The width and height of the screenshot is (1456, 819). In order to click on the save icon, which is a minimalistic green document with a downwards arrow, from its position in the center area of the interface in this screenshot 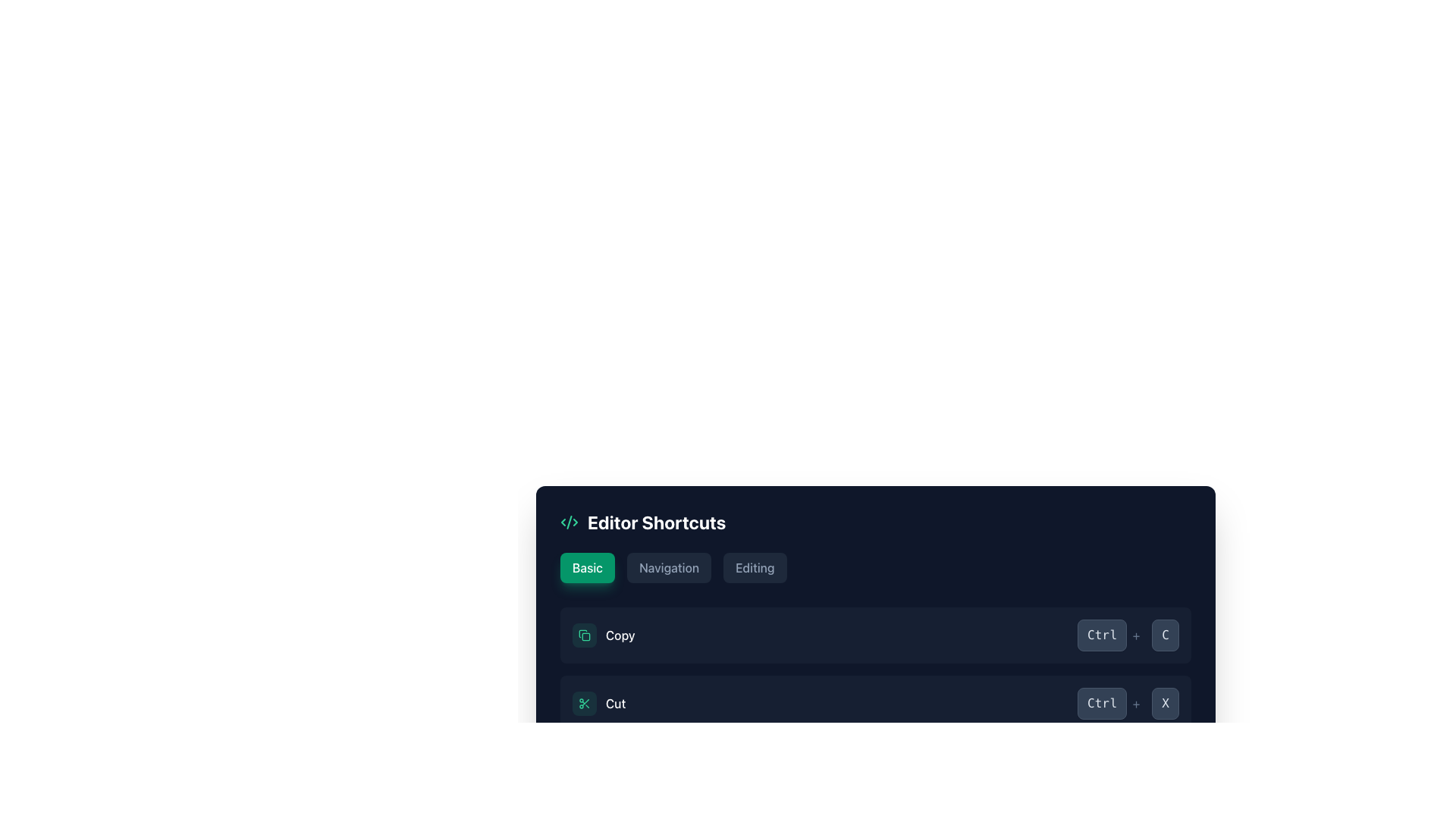, I will do `click(584, 772)`.